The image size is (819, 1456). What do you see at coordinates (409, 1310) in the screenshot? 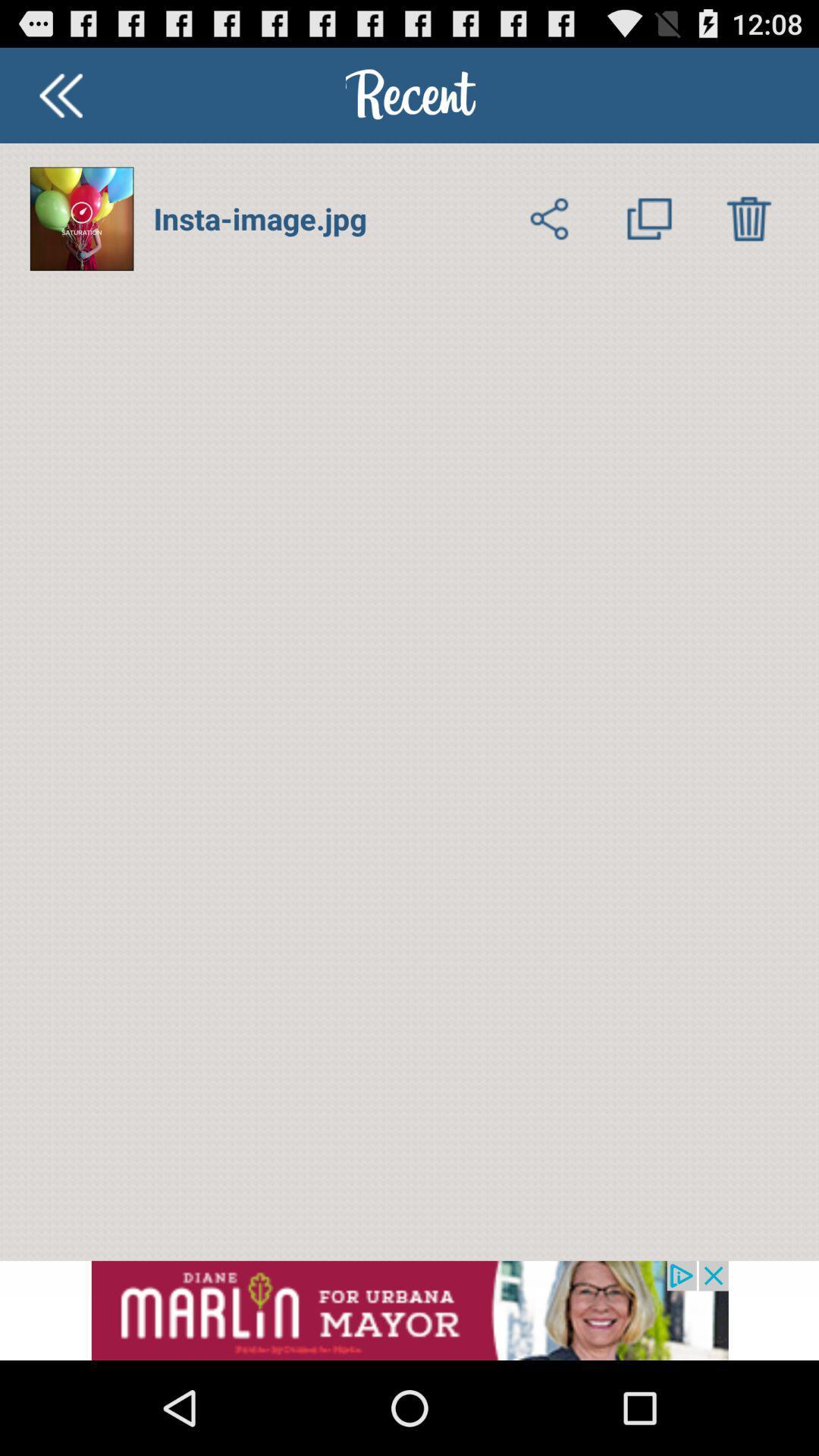
I see `advertiser site` at bounding box center [409, 1310].